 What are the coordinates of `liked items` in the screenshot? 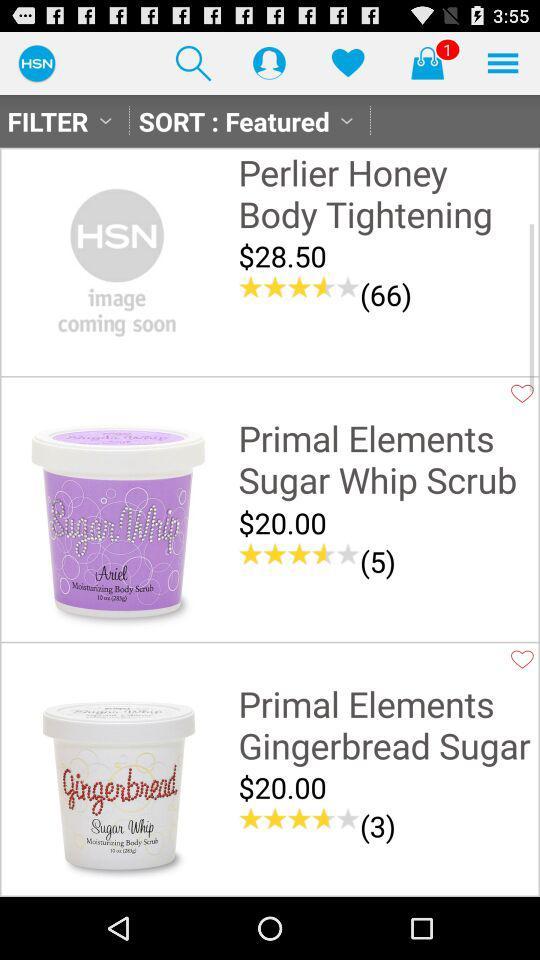 It's located at (347, 62).